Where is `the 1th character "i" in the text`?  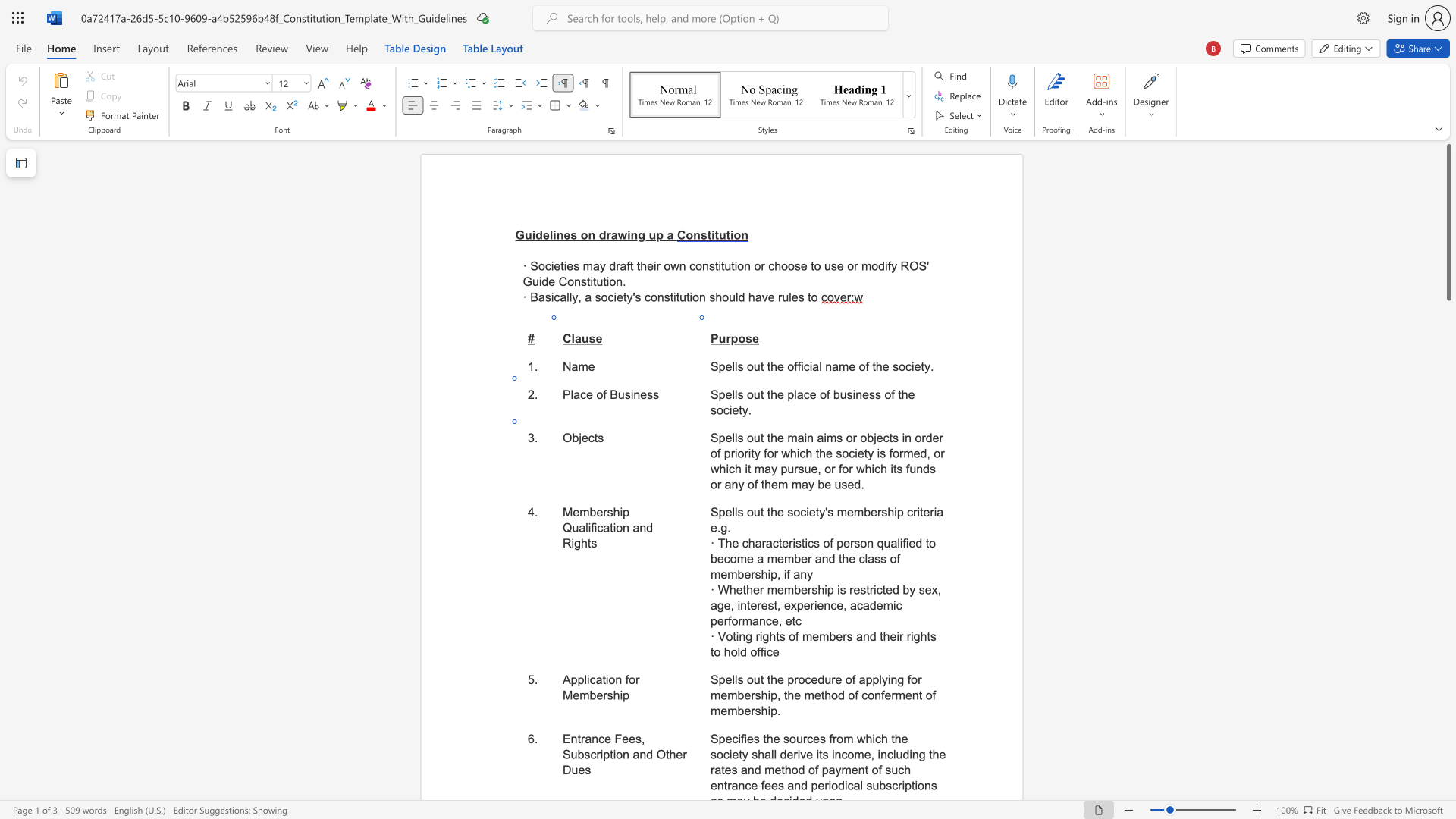 the 1th character "i" in the text is located at coordinates (621, 512).